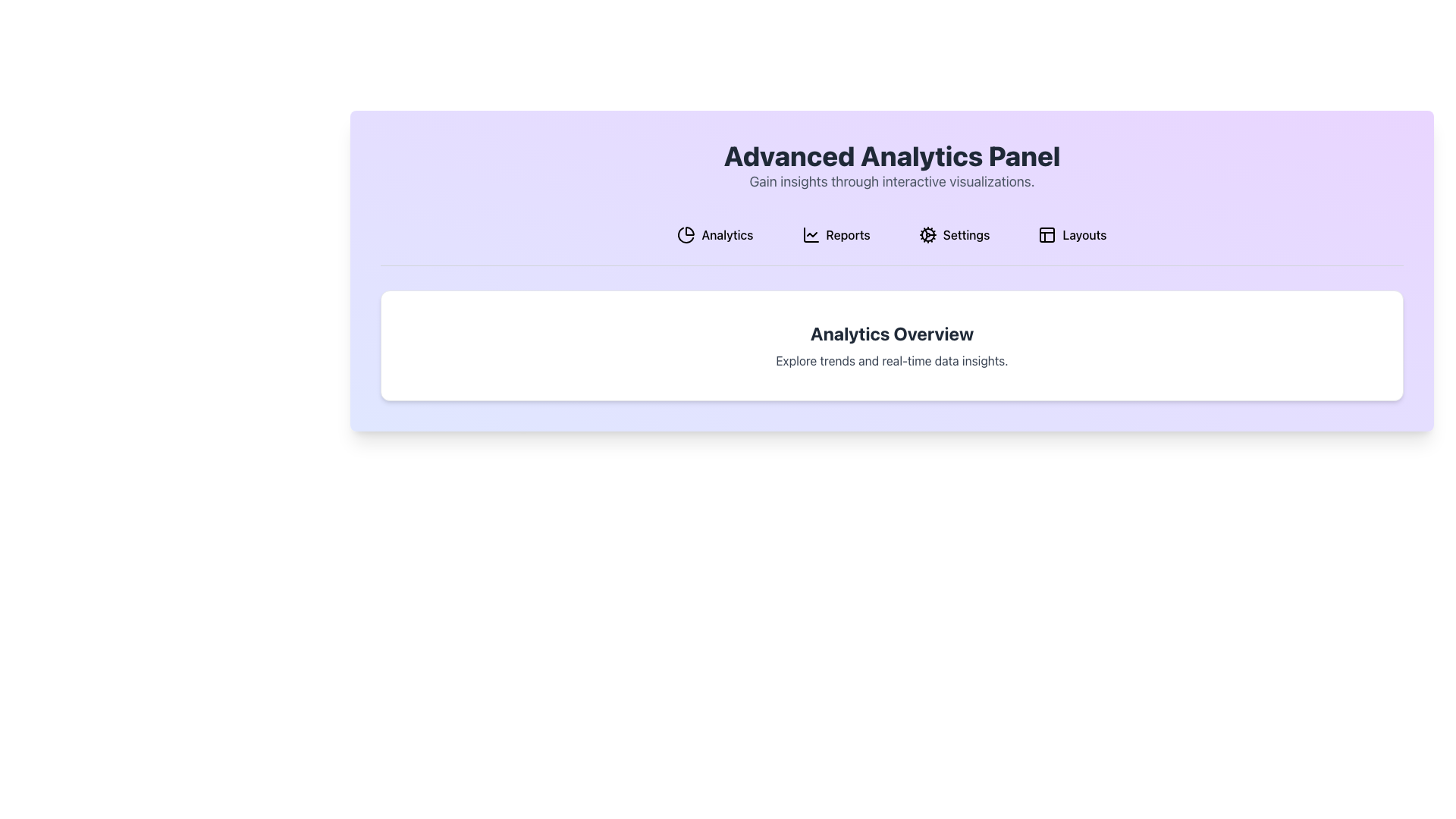  I want to click on text from the Header Content that displays 'Advanced Analytics Panel' and 'Gain insights through interactive visualizations.', so click(892, 166).